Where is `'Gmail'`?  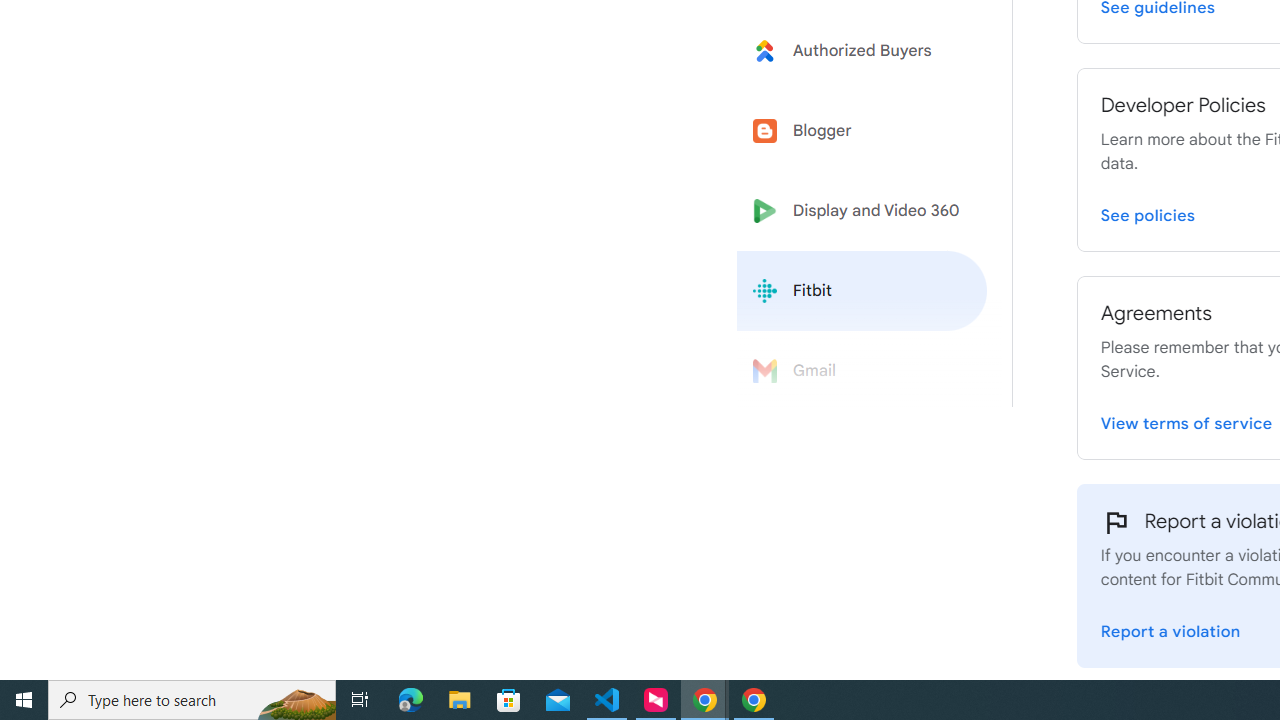
'Gmail' is located at coordinates (862, 371).